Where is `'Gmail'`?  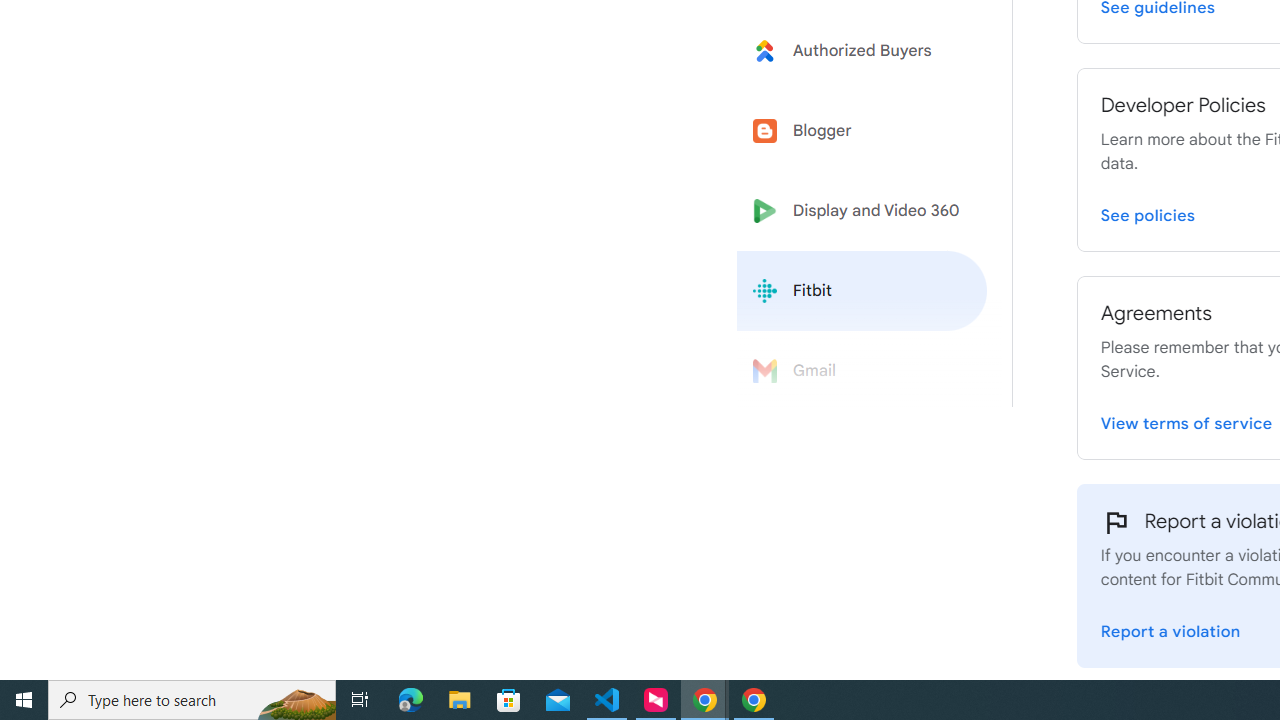
'Gmail' is located at coordinates (862, 371).